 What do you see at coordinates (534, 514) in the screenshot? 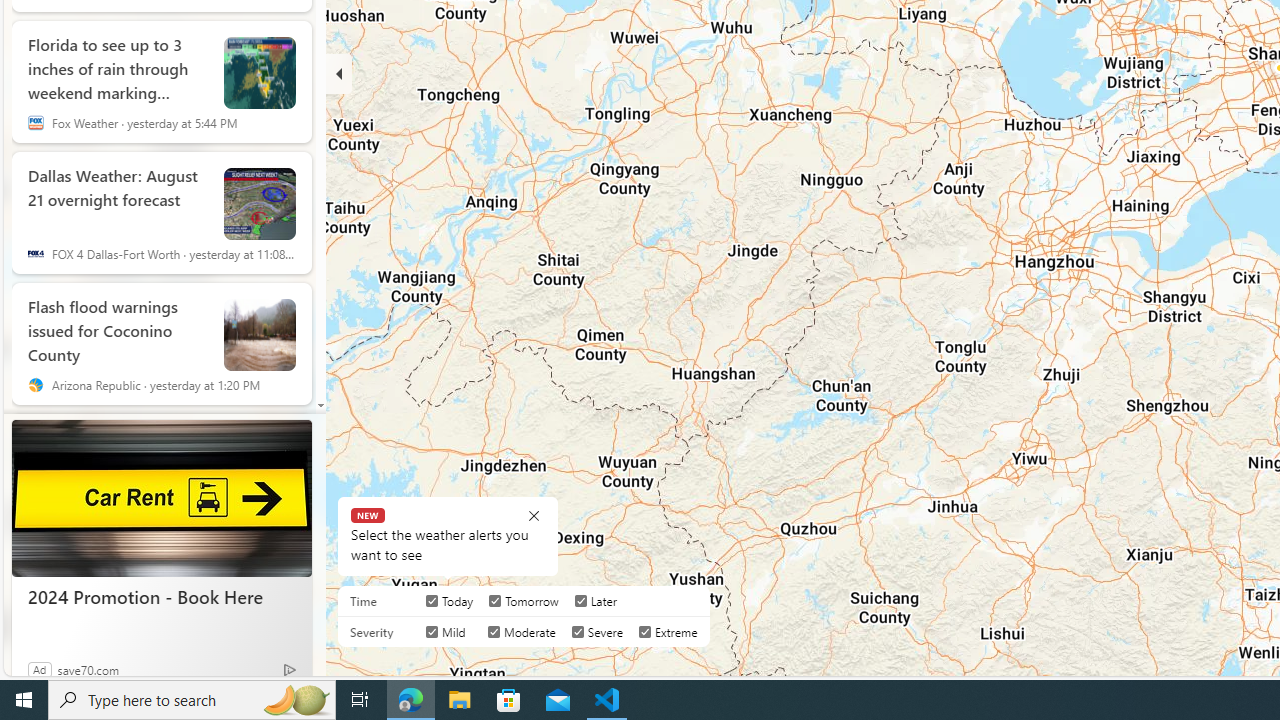
I see `'Class: BubbleMessageCloseIcon-DS-EntryPoint1-1'` at bounding box center [534, 514].